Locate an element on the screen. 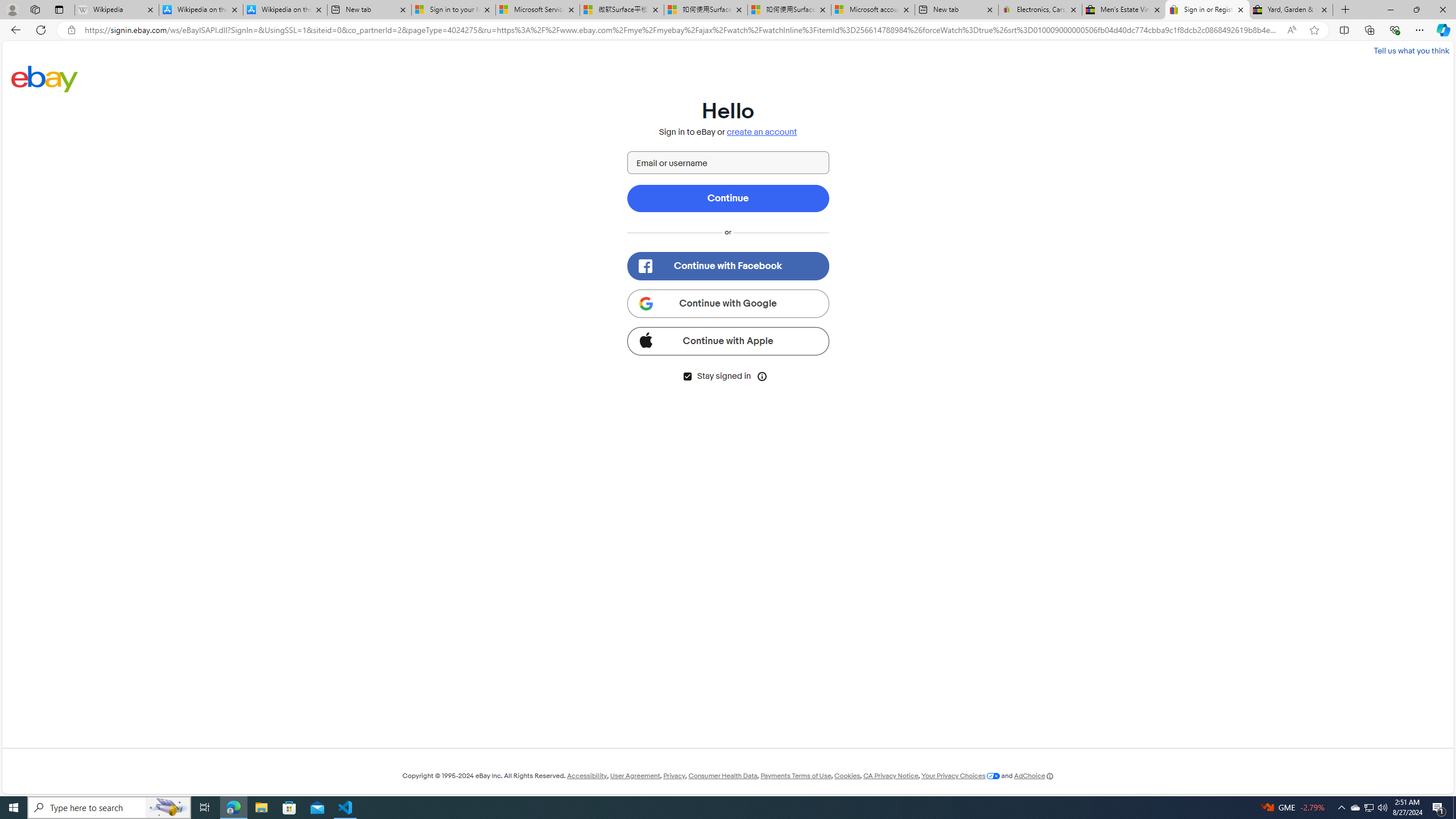 This screenshot has width=1456, height=819. 'AdChoice' is located at coordinates (1033, 775).